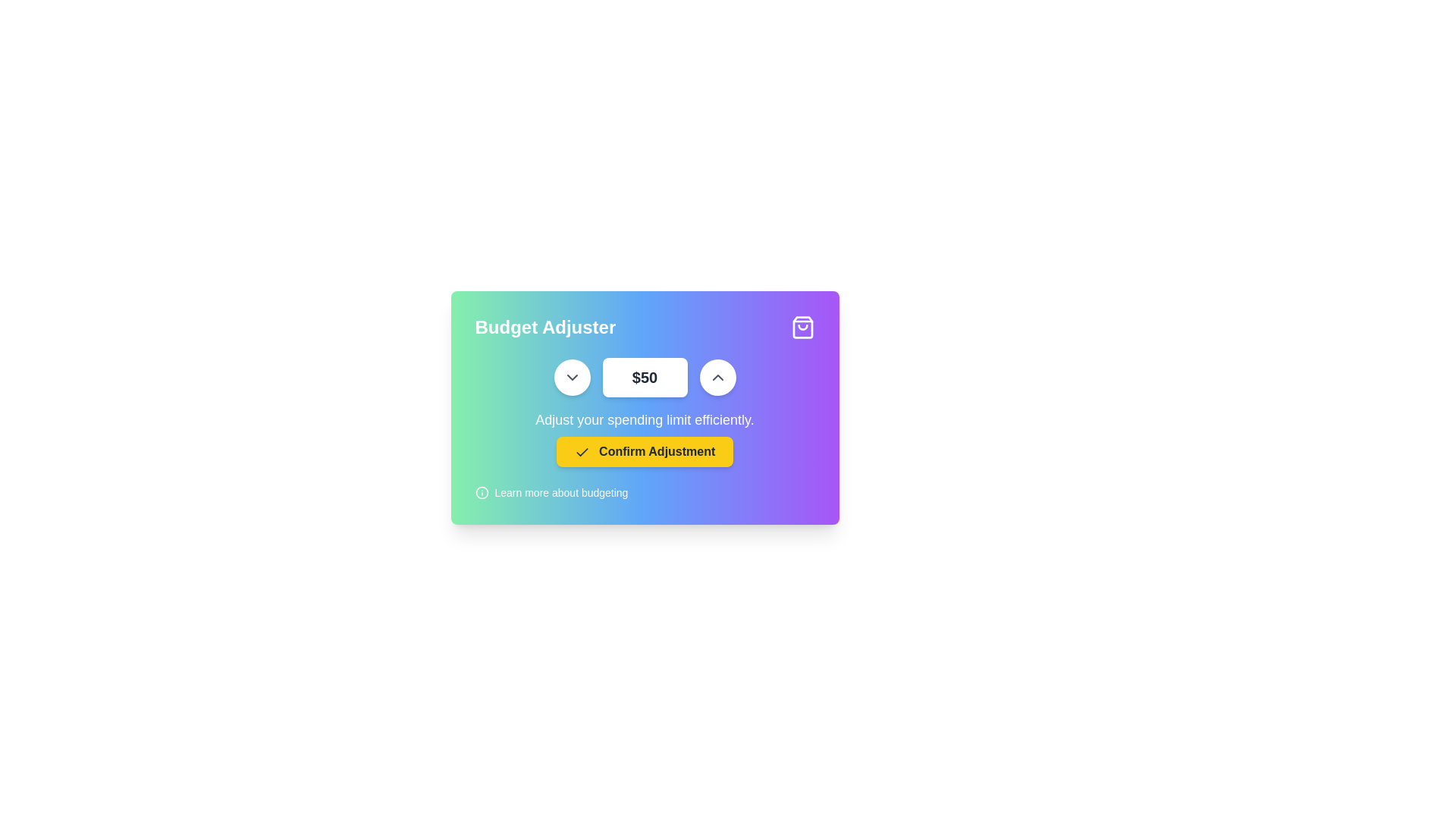  What do you see at coordinates (645, 451) in the screenshot?
I see `the rectangular button with a vibrant yellow background and the text 'Confirm Adjustment' in bold dark gray letters to confirm the adjustment` at bounding box center [645, 451].